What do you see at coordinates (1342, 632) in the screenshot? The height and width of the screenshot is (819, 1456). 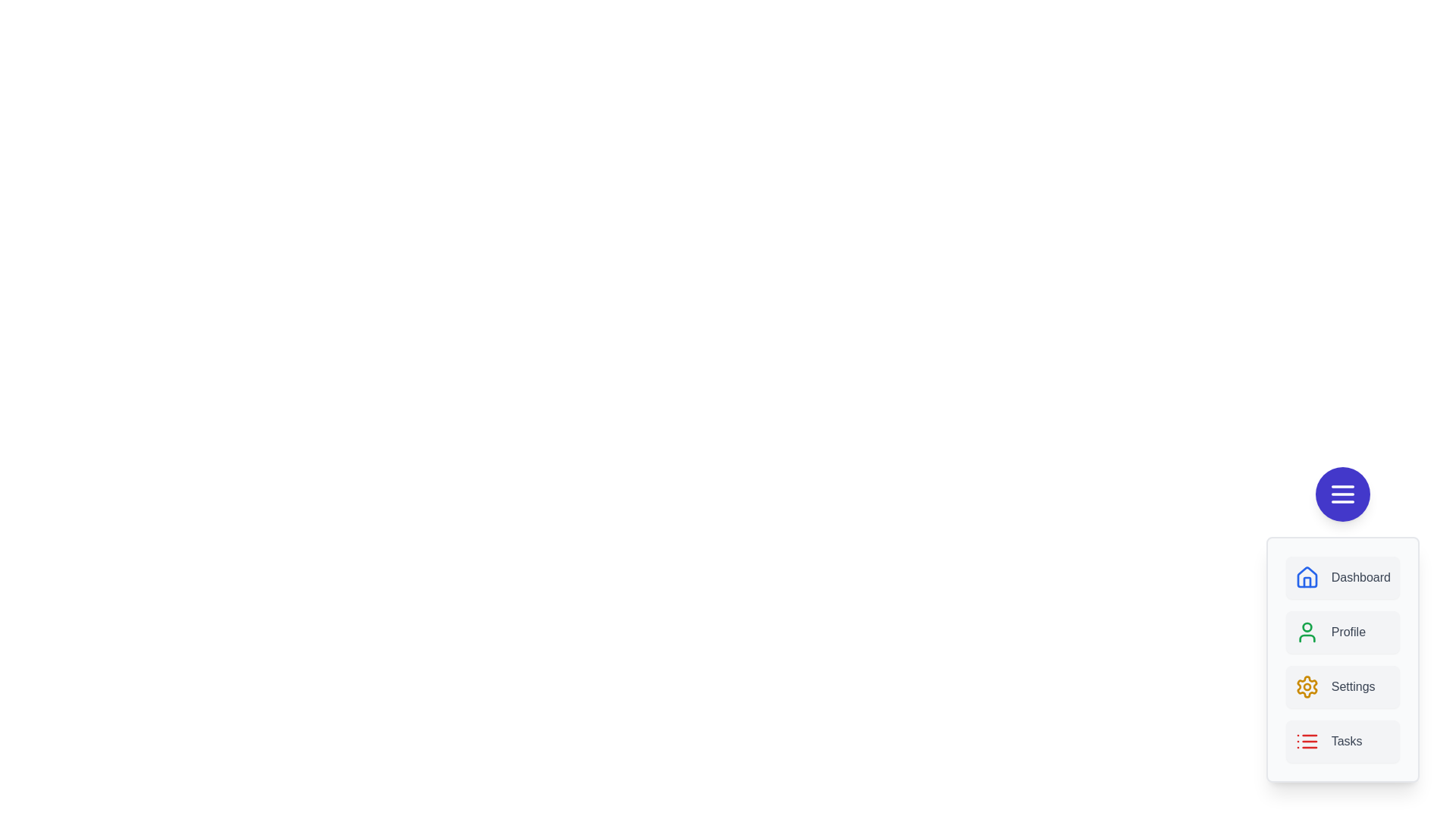 I see `the Profile option from the menu` at bounding box center [1342, 632].